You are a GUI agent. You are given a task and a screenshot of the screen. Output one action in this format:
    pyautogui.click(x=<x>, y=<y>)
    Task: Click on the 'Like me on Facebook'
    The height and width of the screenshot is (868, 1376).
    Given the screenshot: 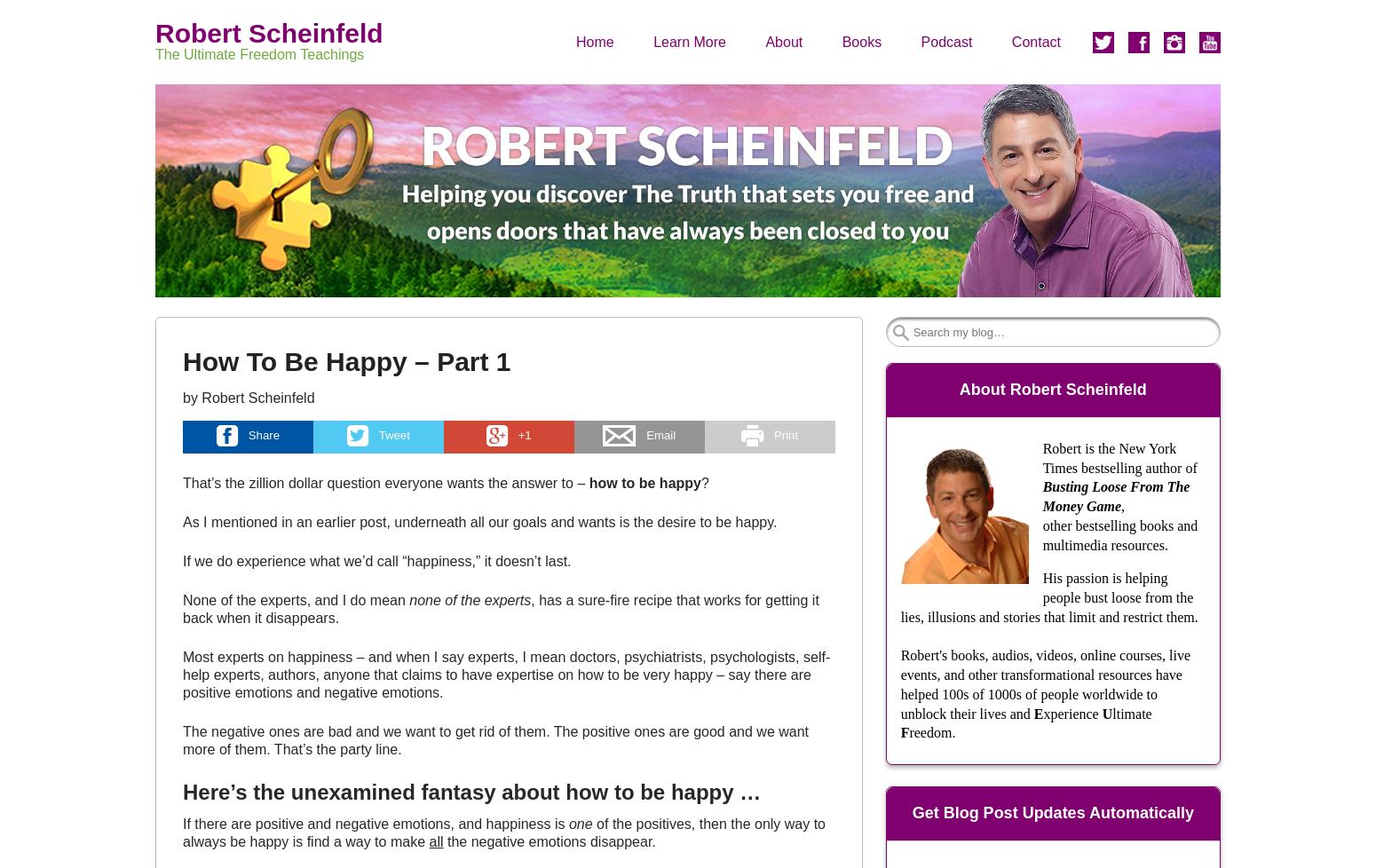 What is the action you would take?
    pyautogui.click(x=1159, y=102)
    